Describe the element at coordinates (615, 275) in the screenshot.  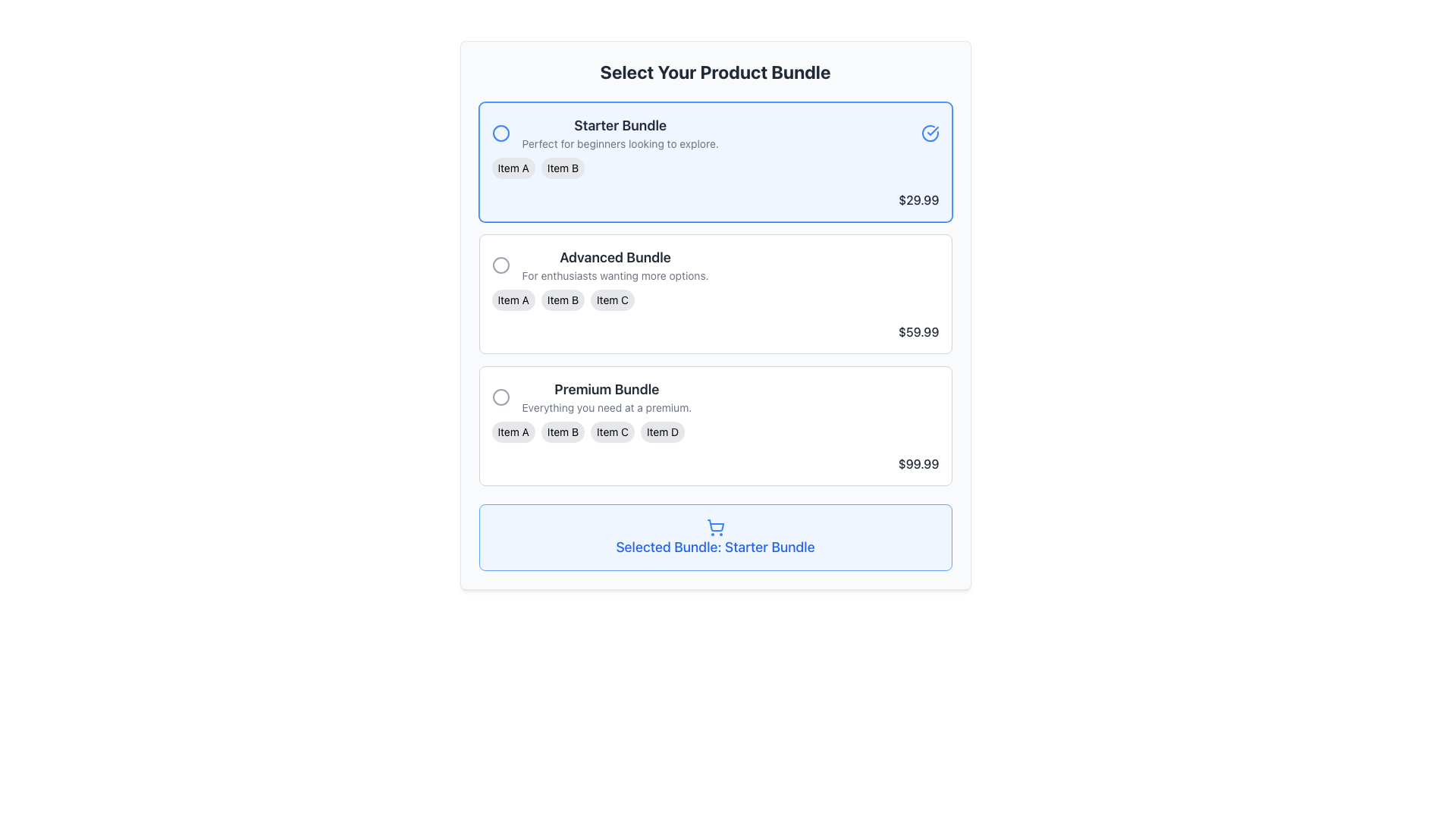
I see `the text label that reads 'For enthusiasts wanting more options.' which is located below the 'Advanced Bundle' label within the 'Advanced Bundle' card` at that location.